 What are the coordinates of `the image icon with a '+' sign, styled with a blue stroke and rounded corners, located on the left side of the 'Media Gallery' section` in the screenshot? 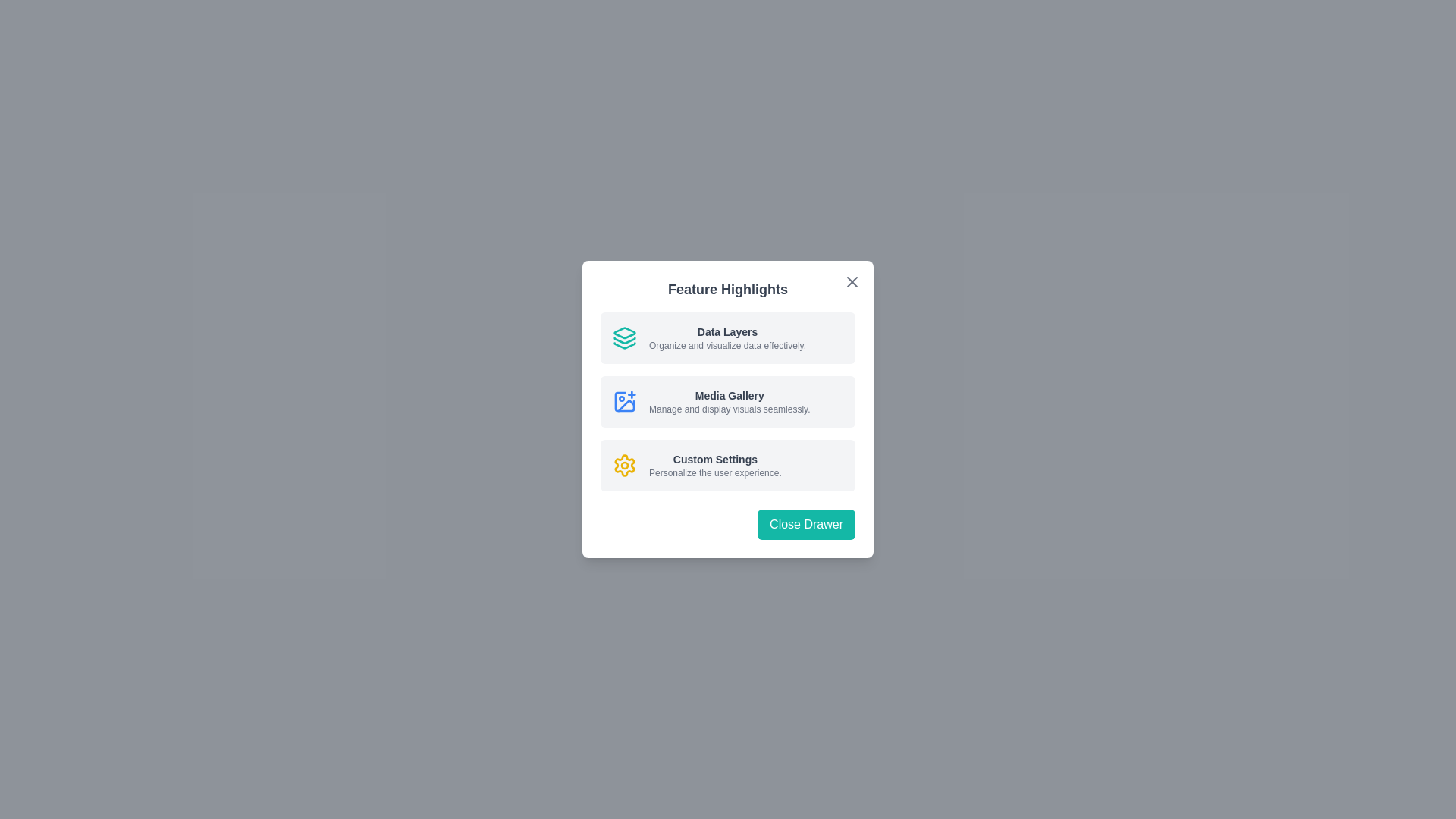 It's located at (625, 400).